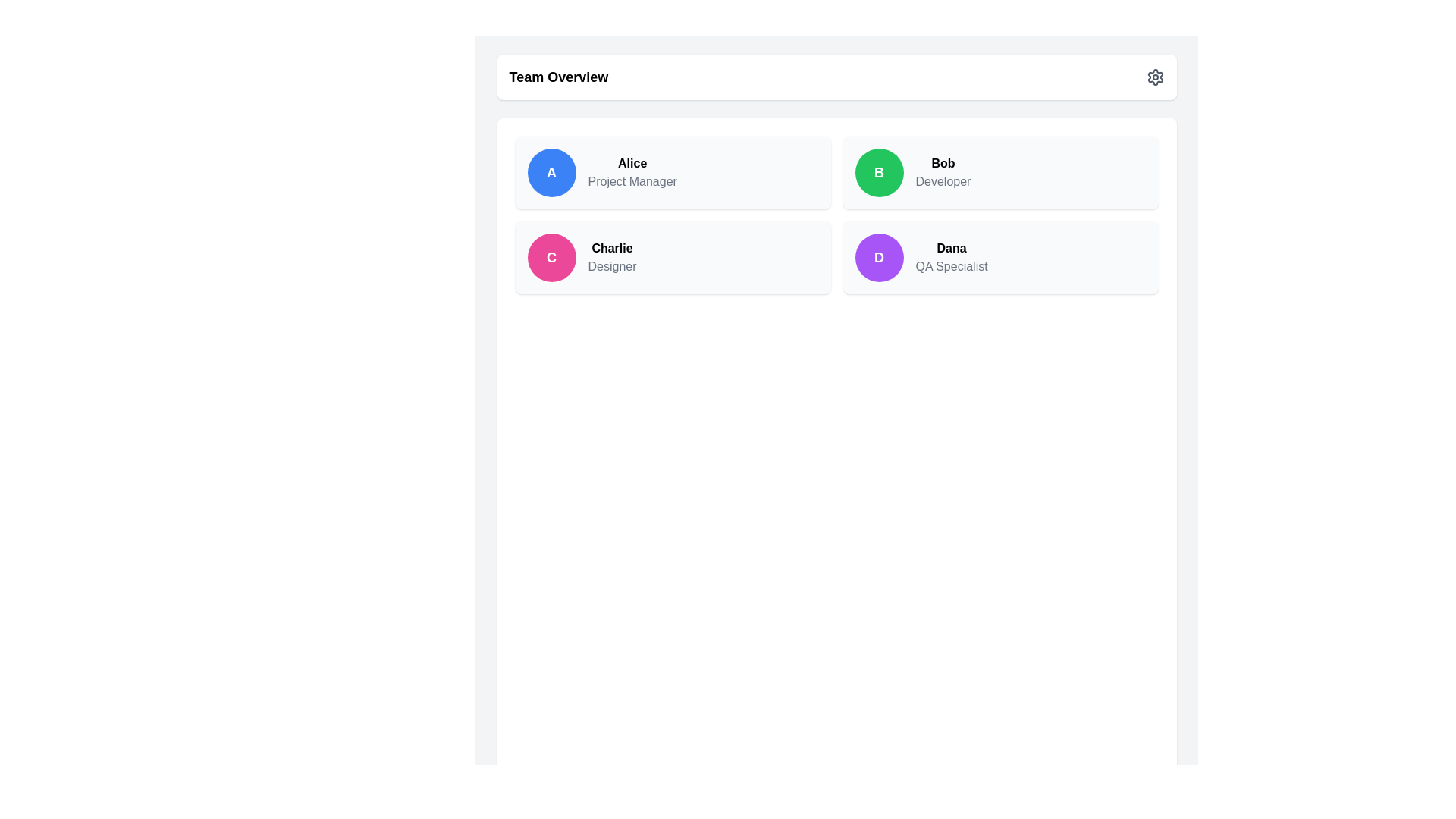 The width and height of the screenshot is (1456, 819). Describe the element at coordinates (612, 265) in the screenshot. I see `the gray-colored text label that contains the text 'Designer', located below the bold text 'Charlie' within the pink circle card labeled 'C'` at that location.